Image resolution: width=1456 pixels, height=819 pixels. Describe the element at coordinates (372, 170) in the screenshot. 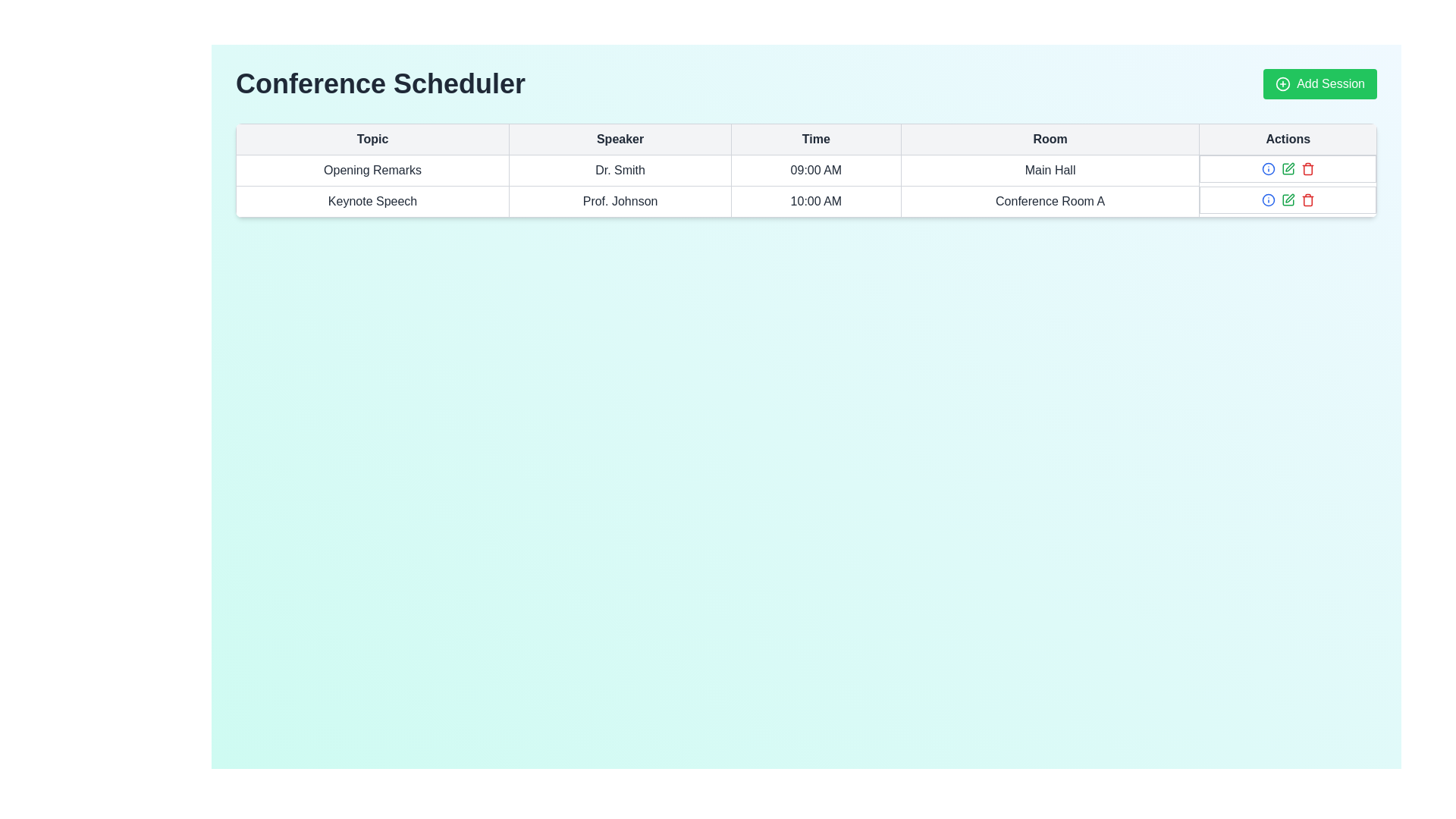

I see `the text label displaying 'Opening Remarks' which is styled with a gray border and is the leftmost cell under the 'Topic' column in the first row of the table` at that location.